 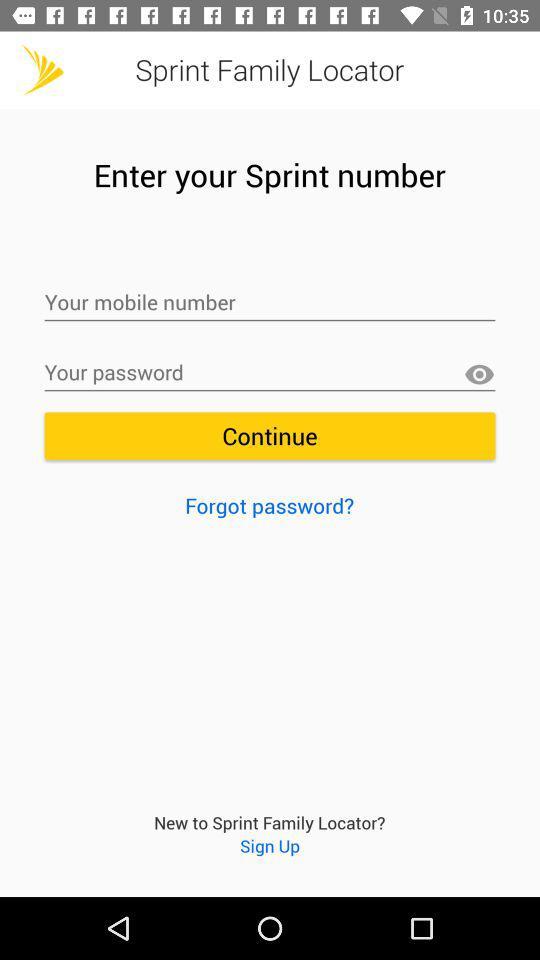 I want to click on the continue icon, so click(x=270, y=436).